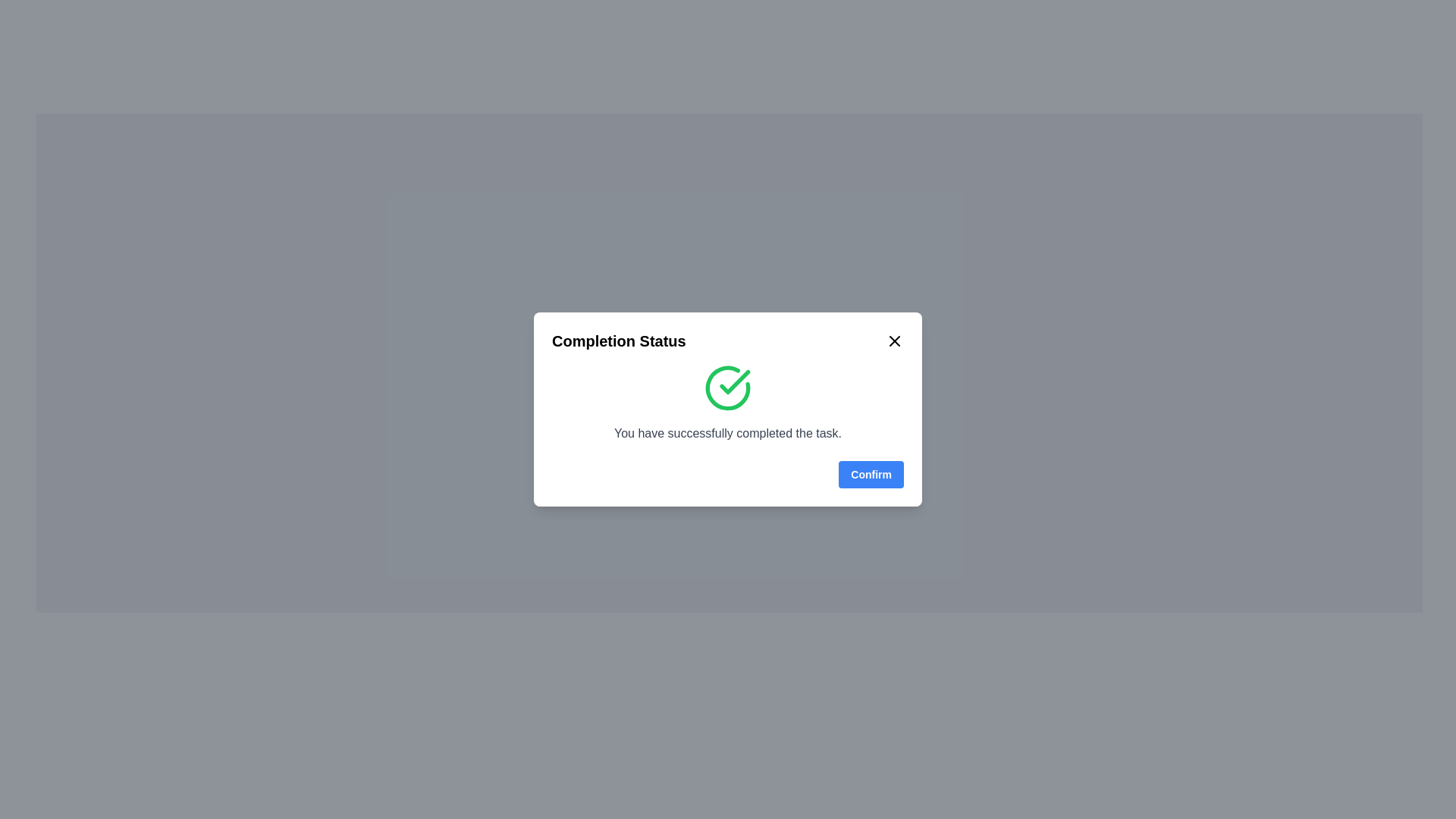  I want to click on the visual status indicator that indicates successful task completion, located below the title 'Completion Status' and above the blue 'Confirm' button, so click(728, 403).